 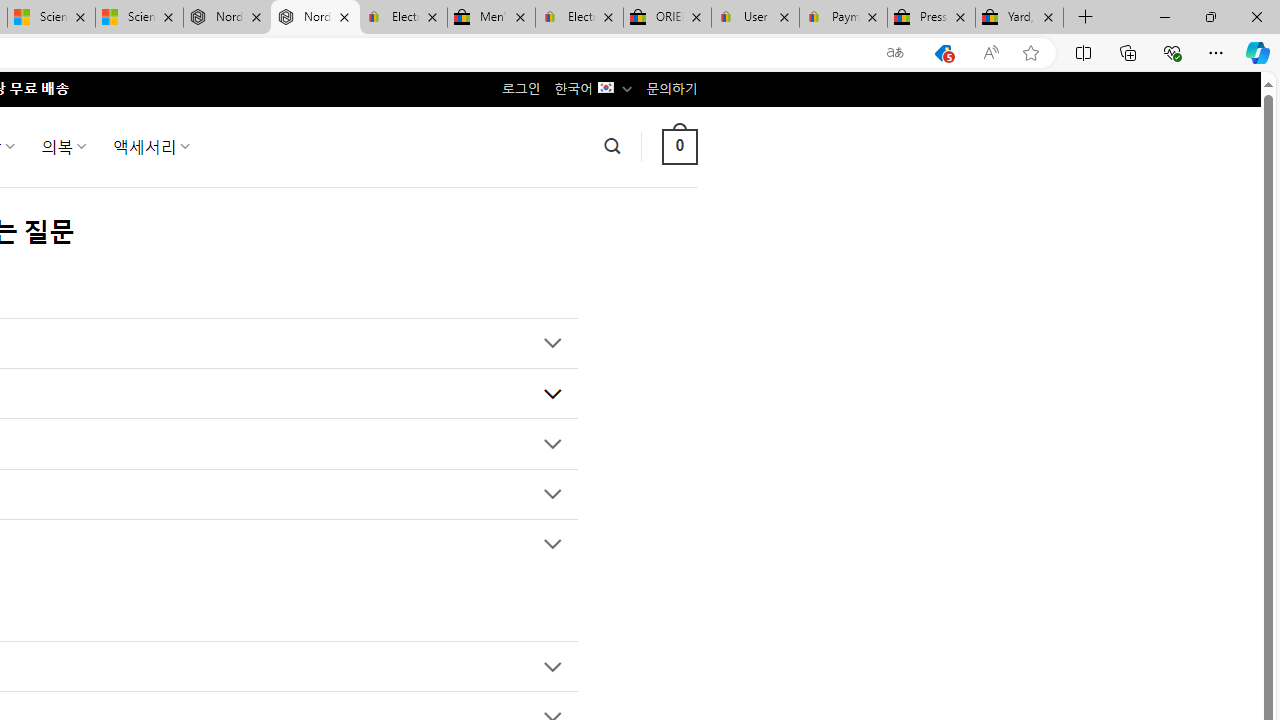 I want to click on 'This site has coupons! Shopping in Microsoft Edge, 5', so click(x=942, y=52).